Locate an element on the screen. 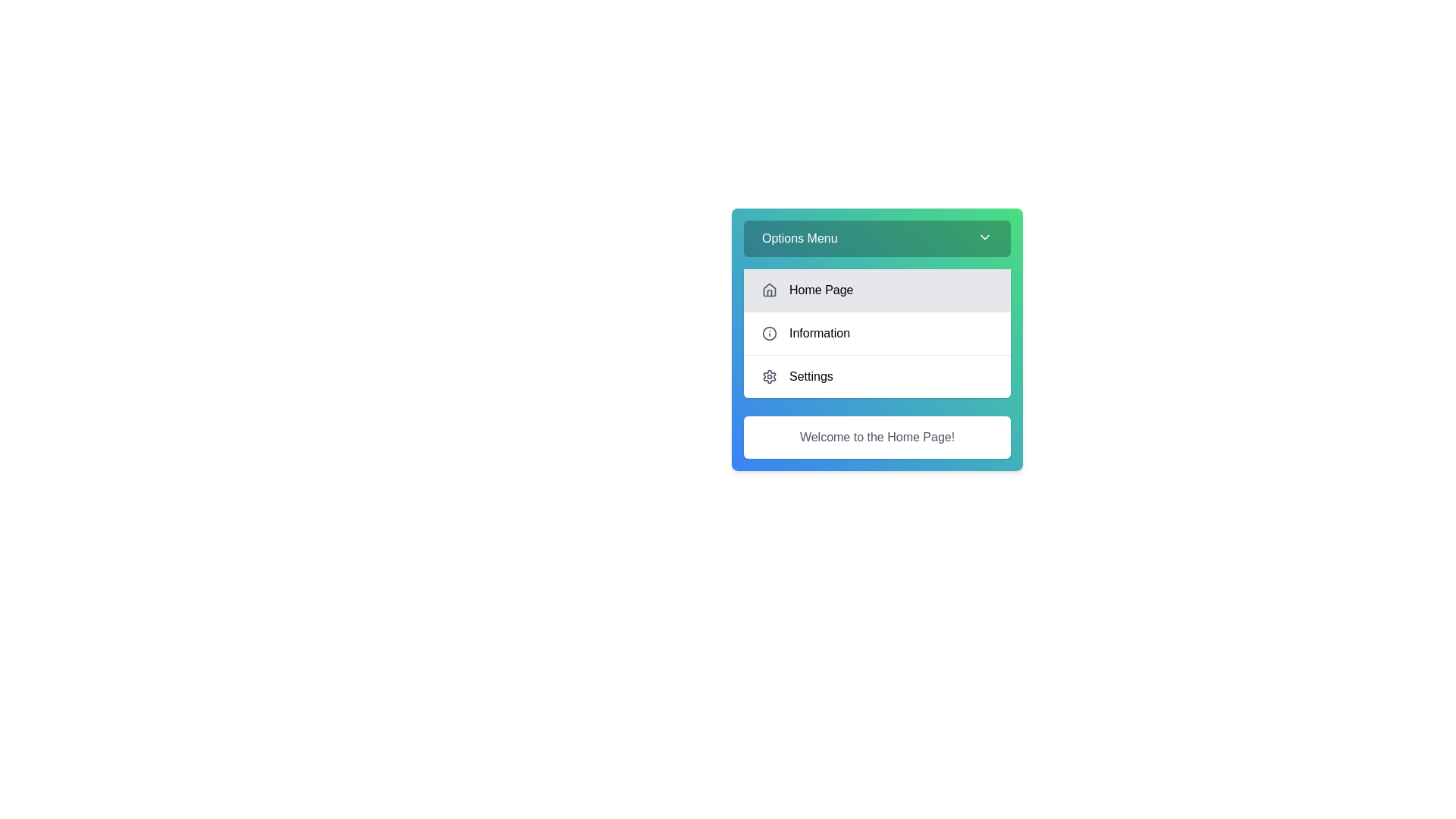 The image size is (1456, 819). the chevron down icon located in the top-right corner of the Options Menu header is located at coordinates (985, 237).